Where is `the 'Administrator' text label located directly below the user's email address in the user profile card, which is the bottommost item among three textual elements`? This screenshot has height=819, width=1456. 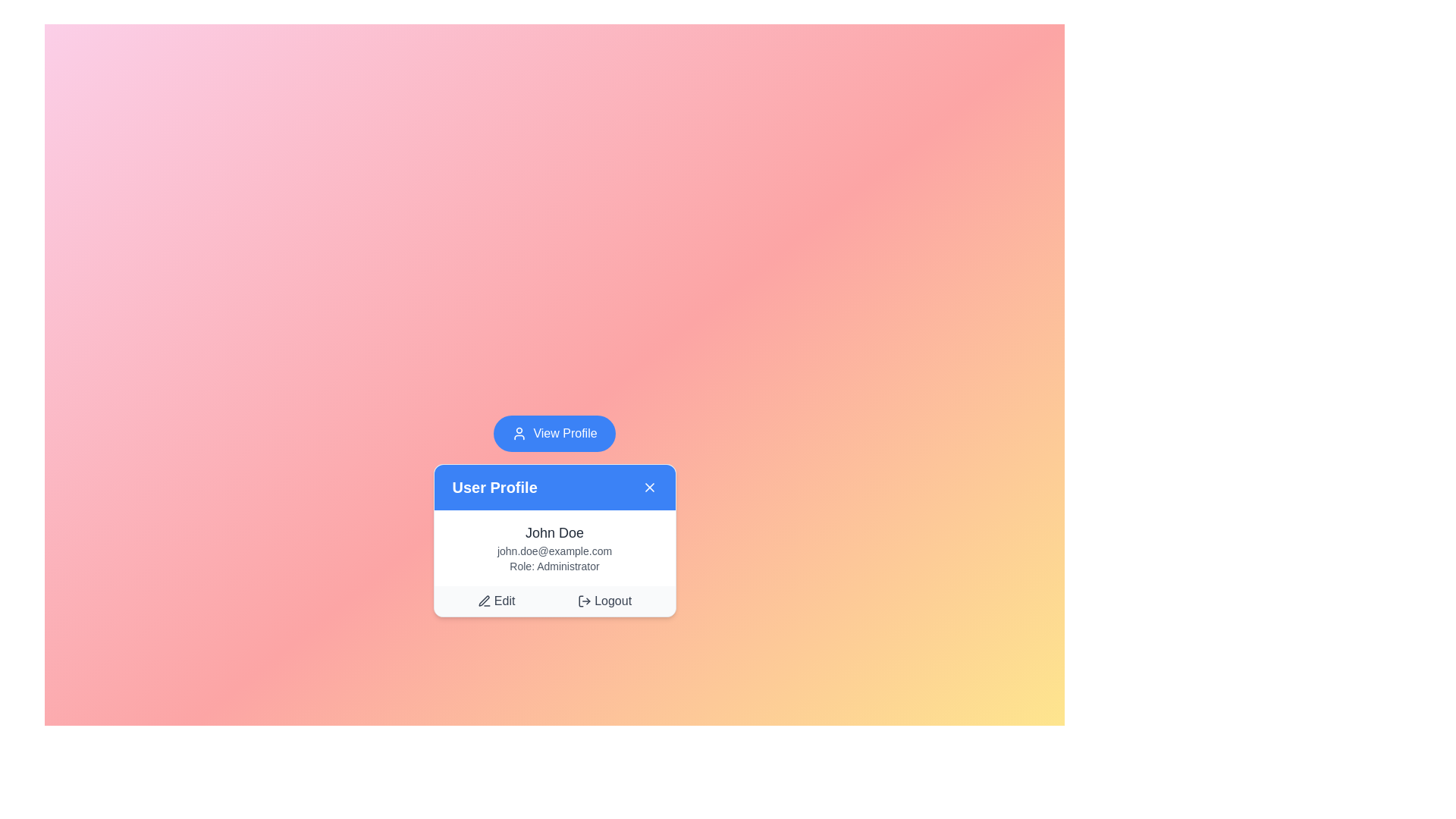 the 'Administrator' text label located directly below the user's email address in the user profile card, which is the bottommost item among three textual elements is located at coordinates (554, 566).